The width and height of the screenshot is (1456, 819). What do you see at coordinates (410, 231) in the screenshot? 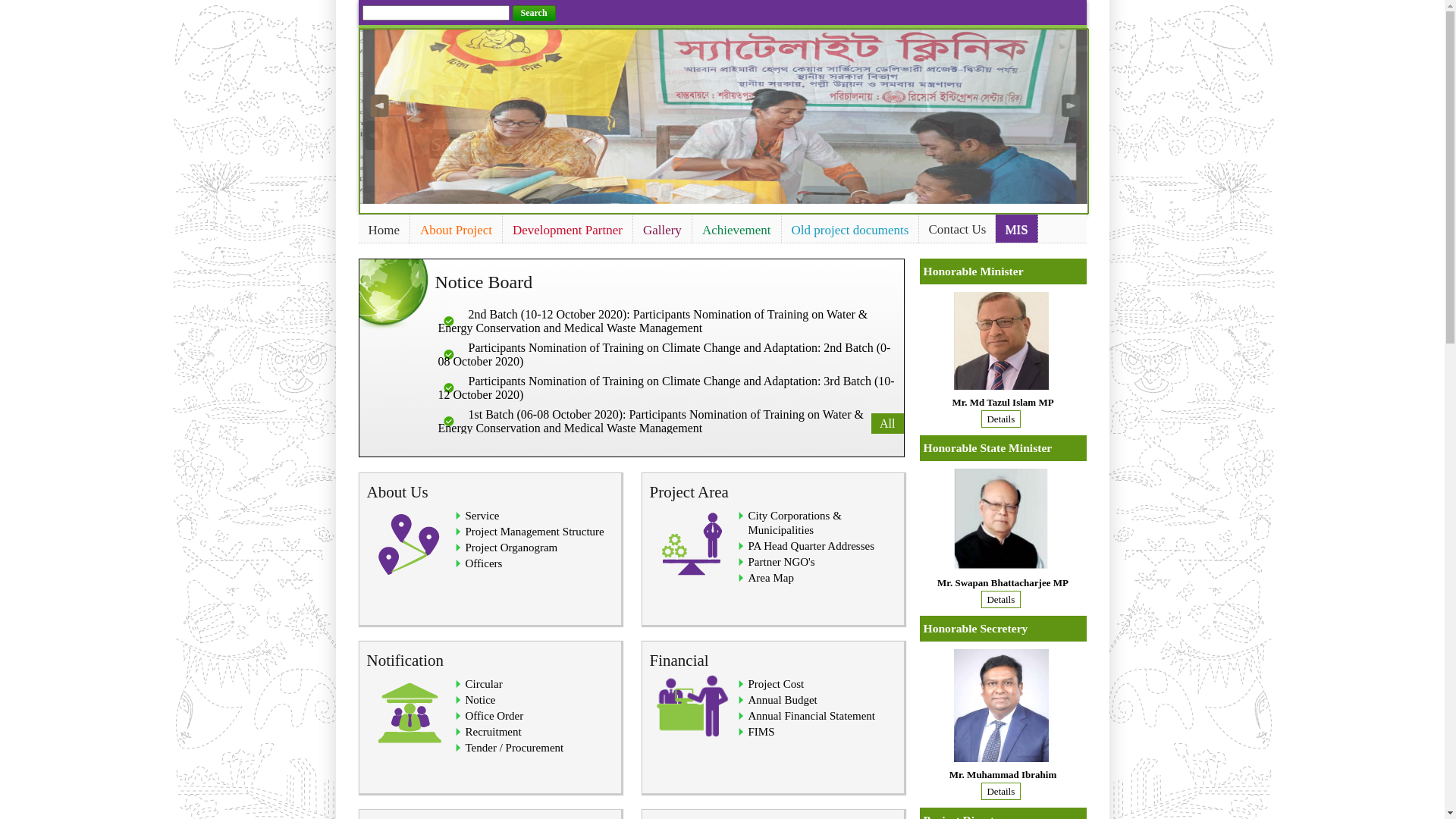
I see `'About Project'` at bounding box center [410, 231].